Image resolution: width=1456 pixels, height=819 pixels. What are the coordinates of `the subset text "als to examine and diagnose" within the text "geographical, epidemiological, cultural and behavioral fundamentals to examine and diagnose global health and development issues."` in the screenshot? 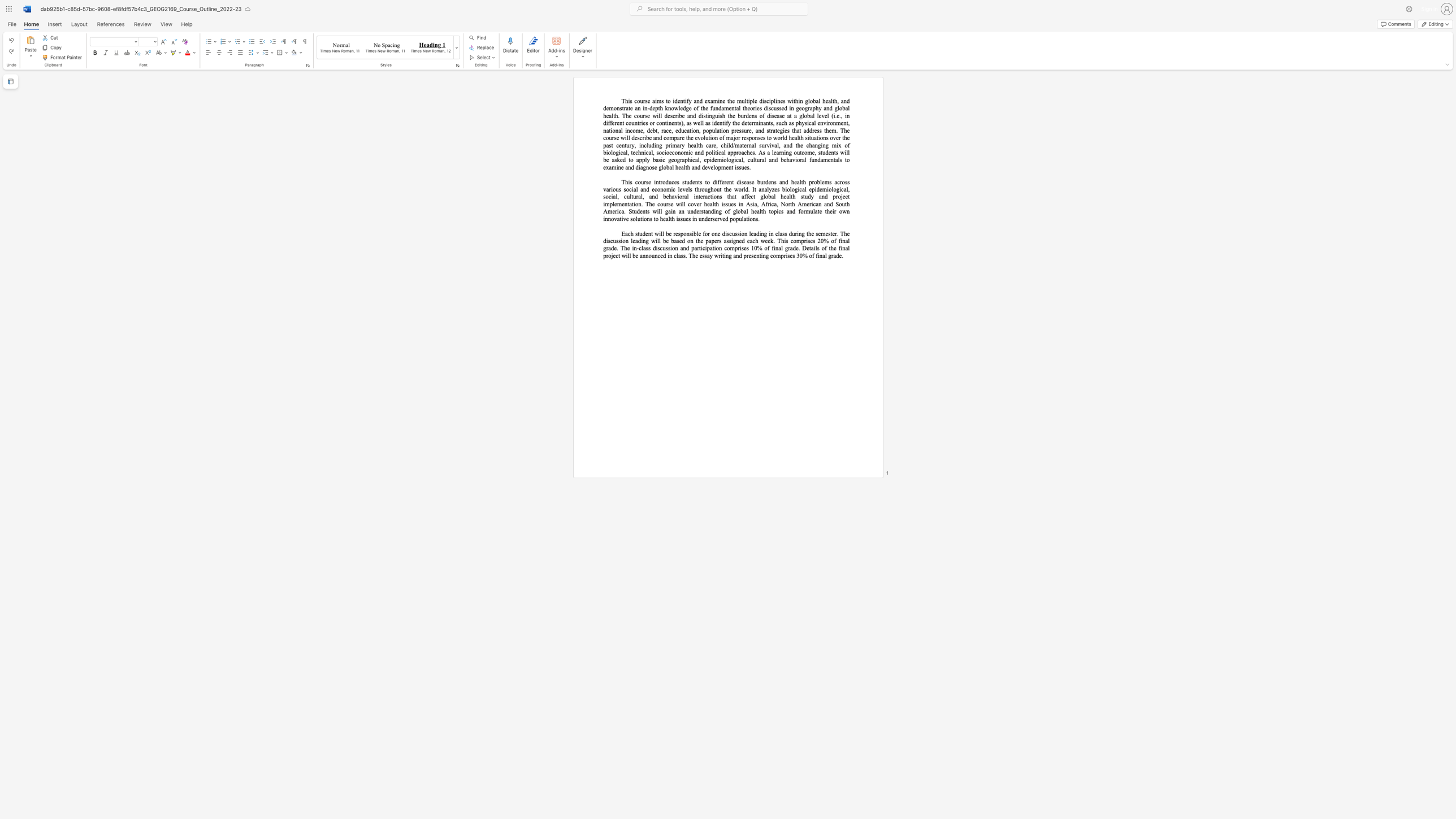 It's located at (835, 159).